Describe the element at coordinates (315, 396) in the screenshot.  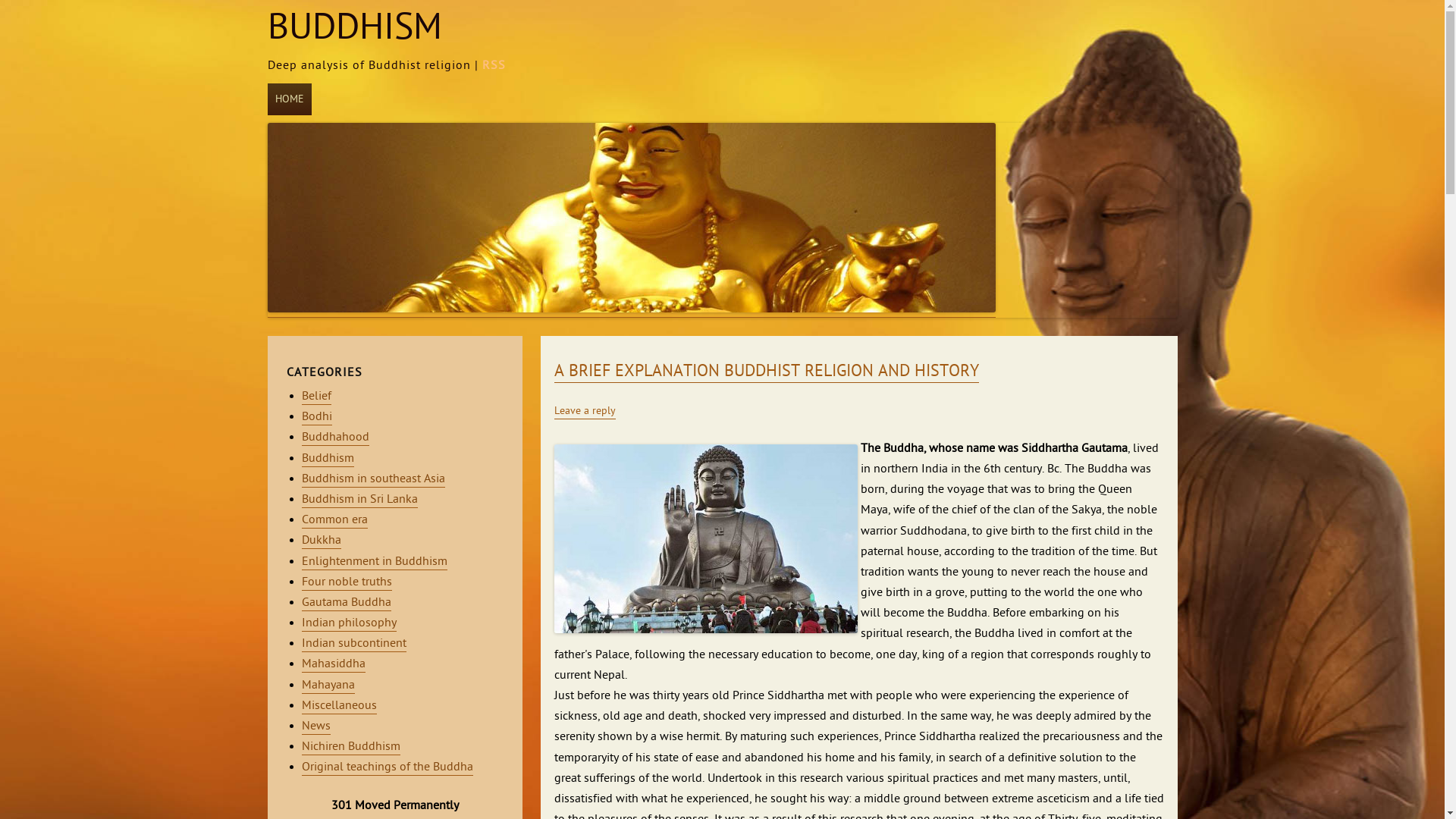
I see `'Belief'` at that location.